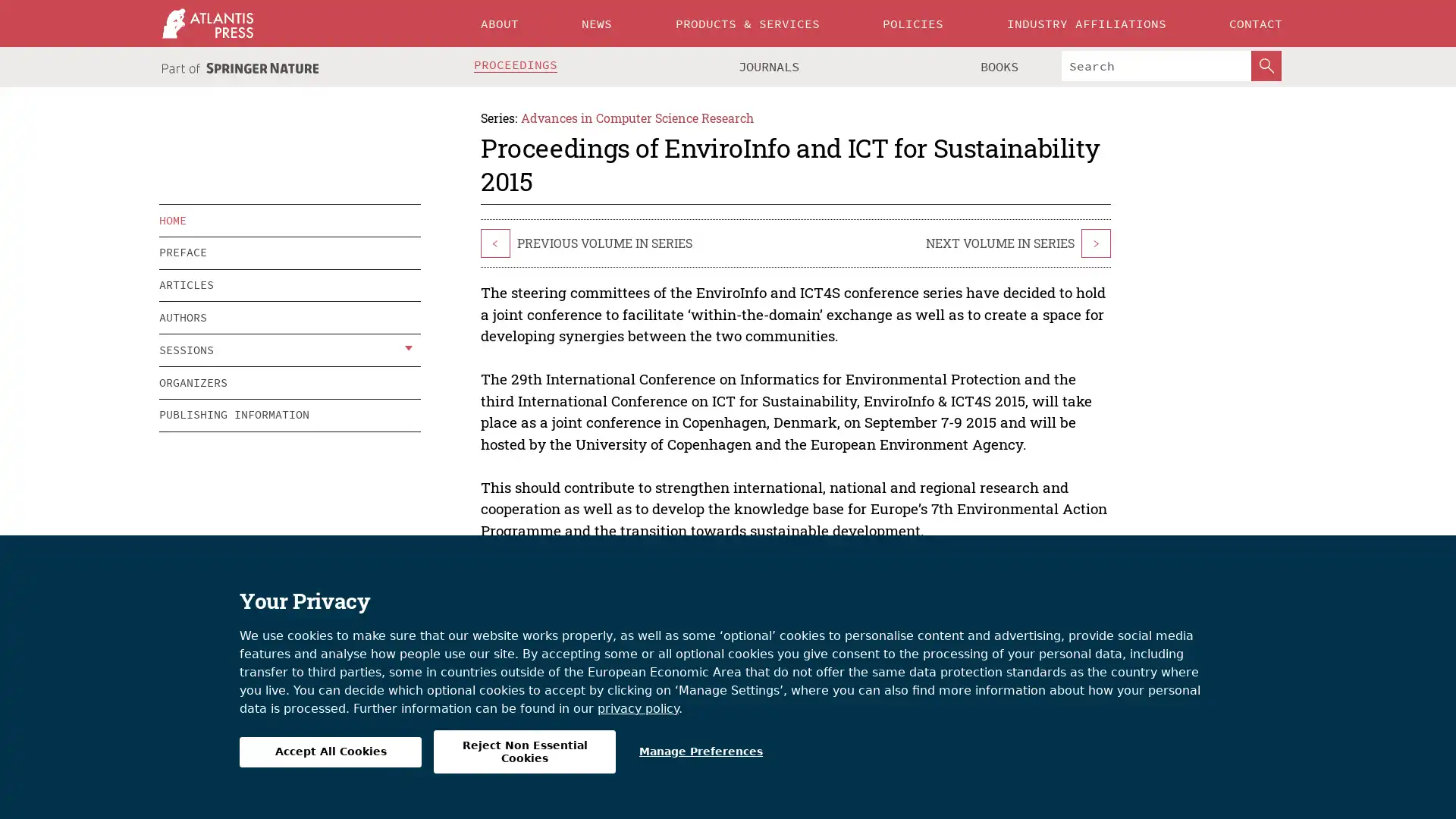 The height and width of the screenshot is (819, 1456). What do you see at coordinates (700, 752) in the screenshot?
I see `Manage Preferences` at bounding box center [700, 752].